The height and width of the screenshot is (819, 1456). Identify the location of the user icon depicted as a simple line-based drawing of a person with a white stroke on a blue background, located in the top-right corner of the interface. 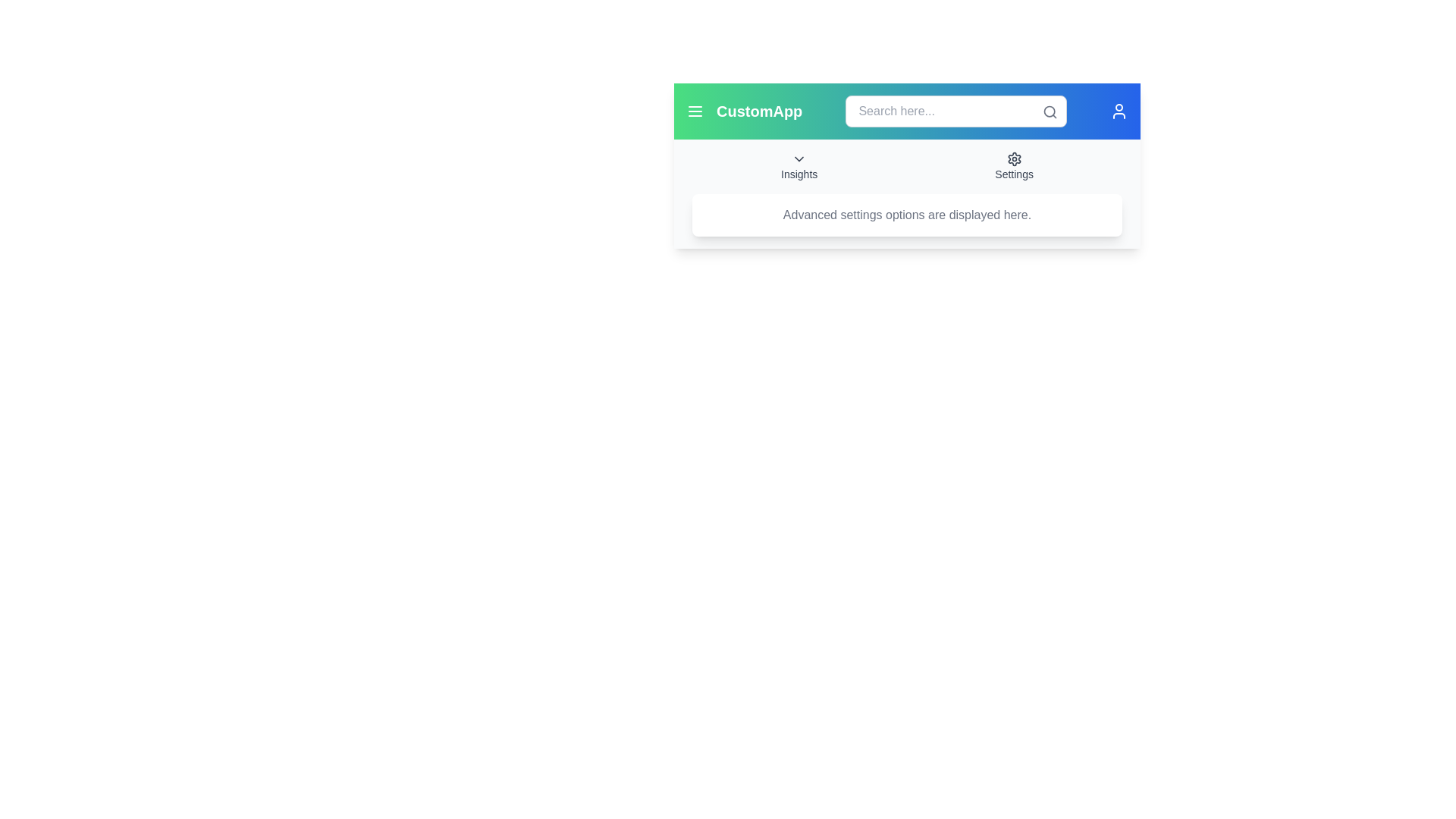
(1119, 110).